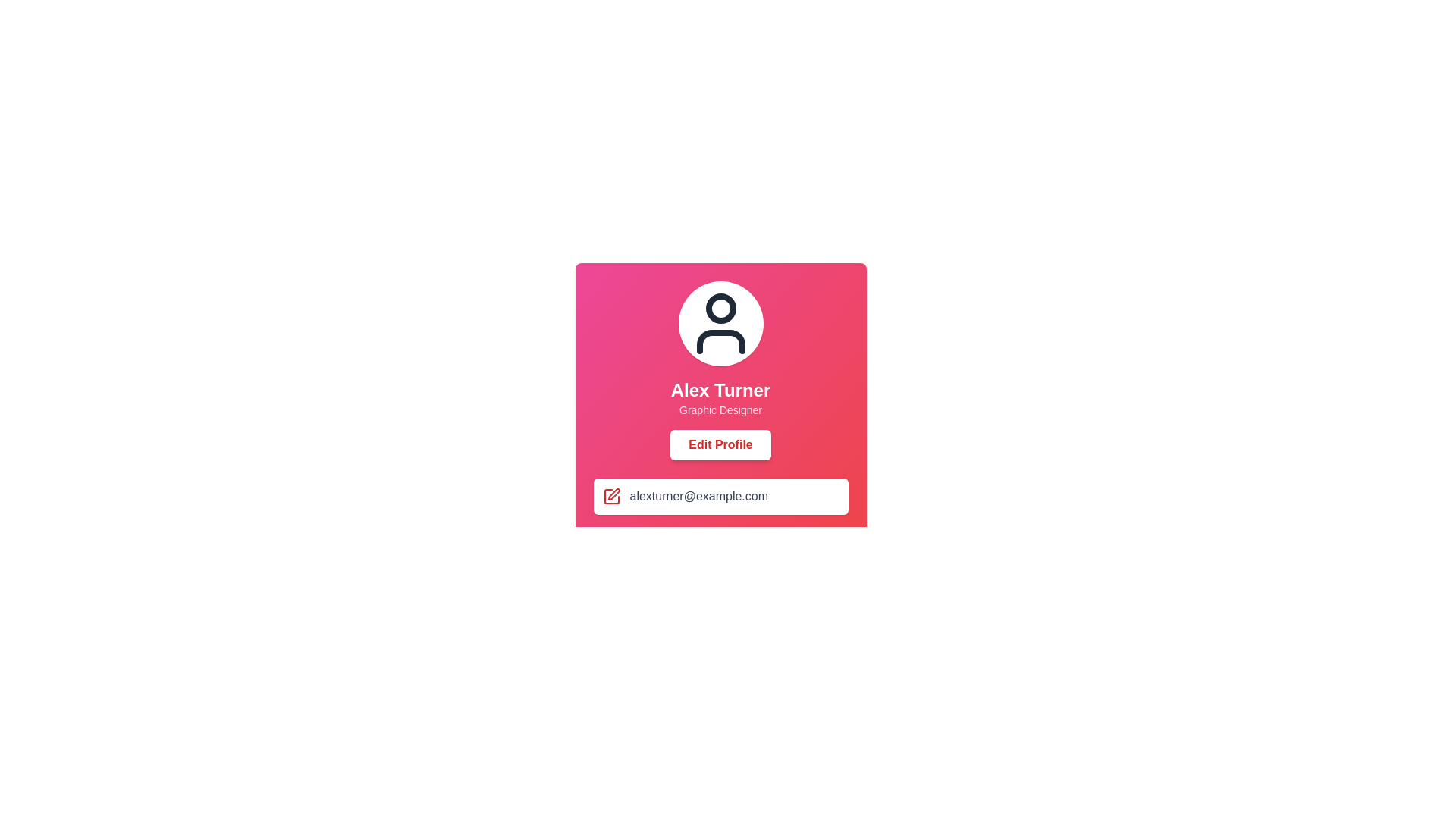  Describe the element at coordinates (720, 390) in the screenshot. I see `the text element displaying 'Alex Turner' in a bold, large font with a white color on a pink background, which is centrally aligned in the profile card layout` at that location.